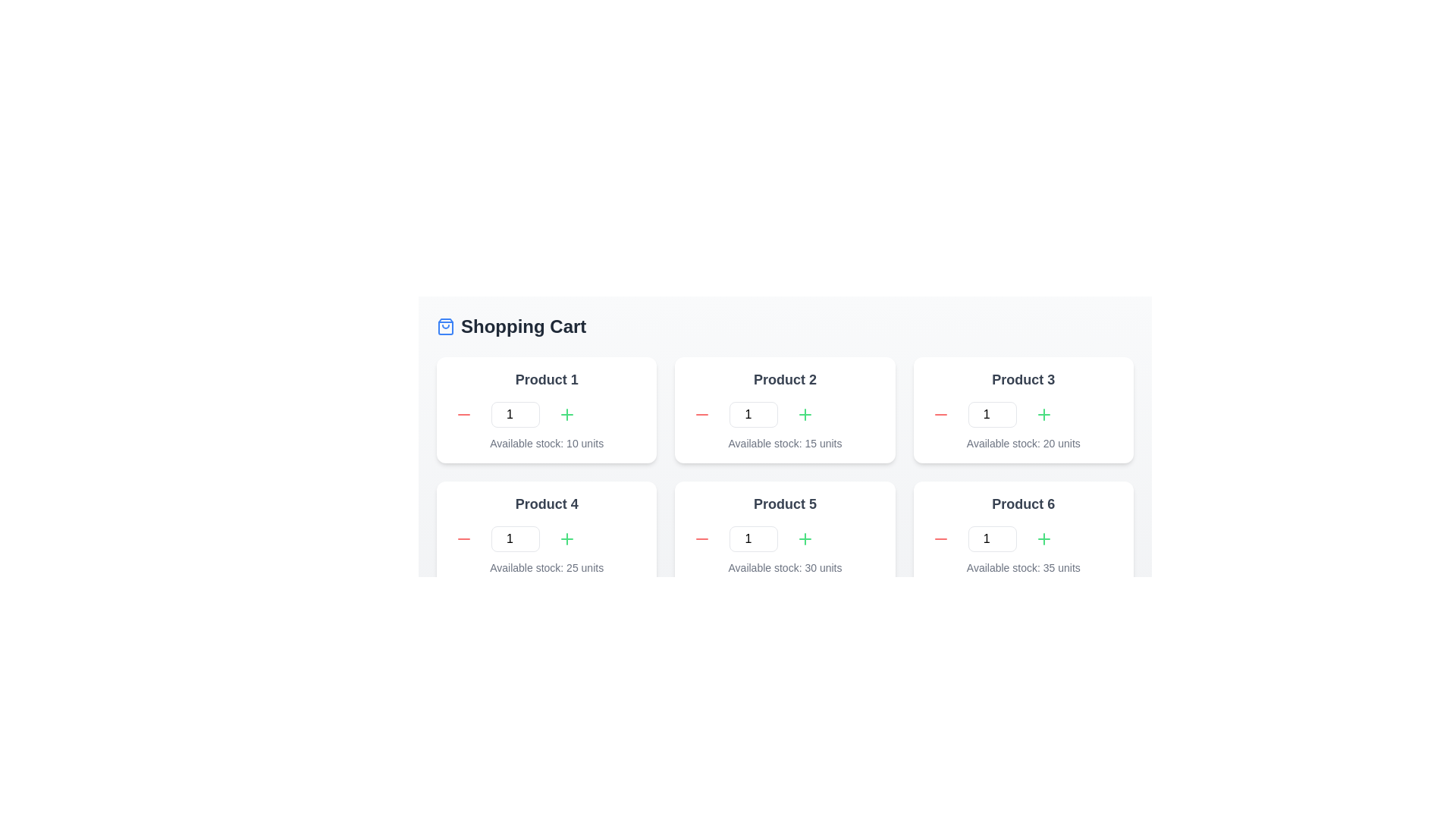  I want to click on the static text label displaying 'Available stock: 35 units' located at the bottom-center of the 'Product 6' box, so click(1023, 567).